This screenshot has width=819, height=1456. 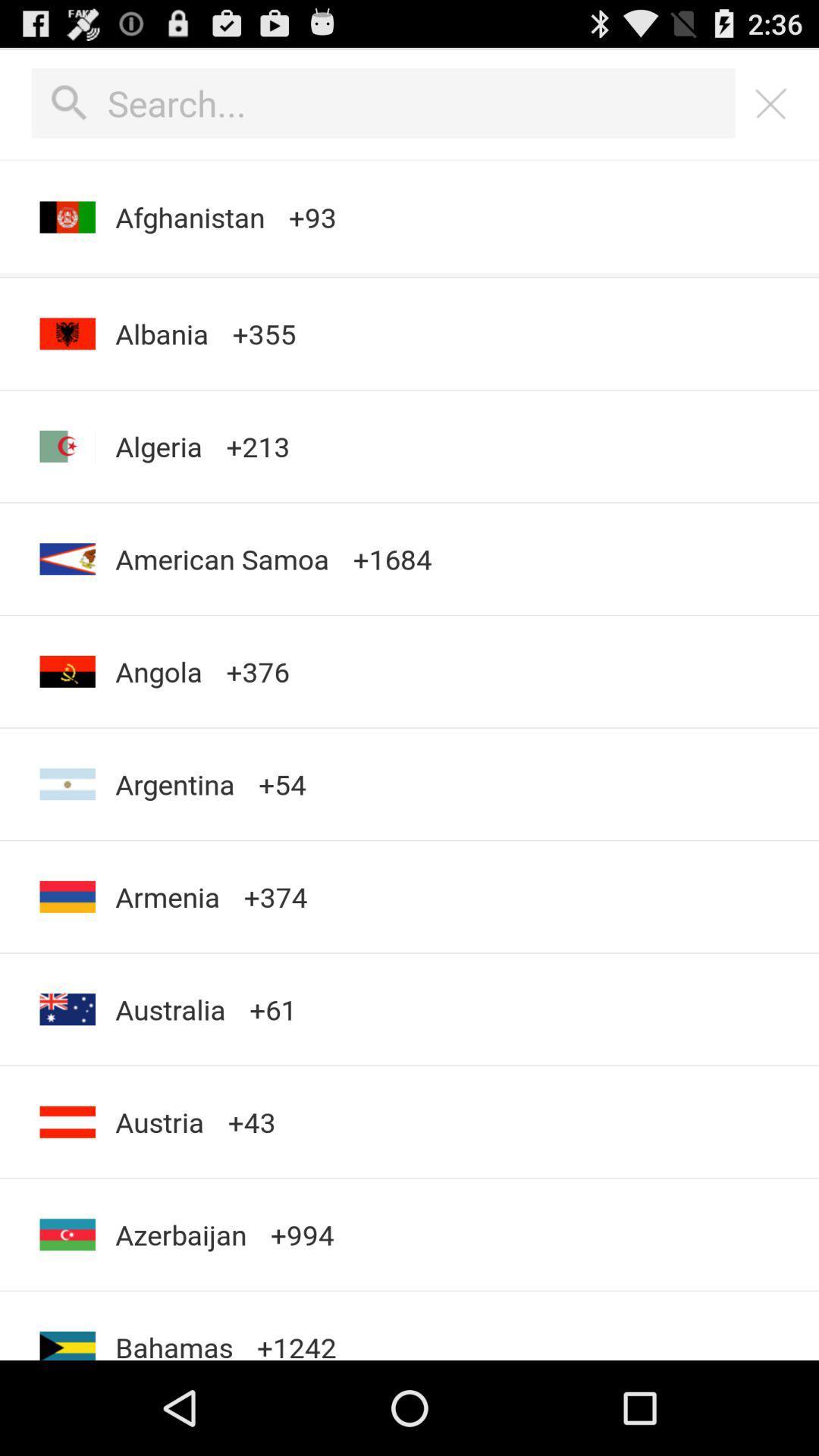 What do you see at coordinates (409, 275) in the screenshot?
I see `the item below afghanistan app` at bounding box center [409, 275].